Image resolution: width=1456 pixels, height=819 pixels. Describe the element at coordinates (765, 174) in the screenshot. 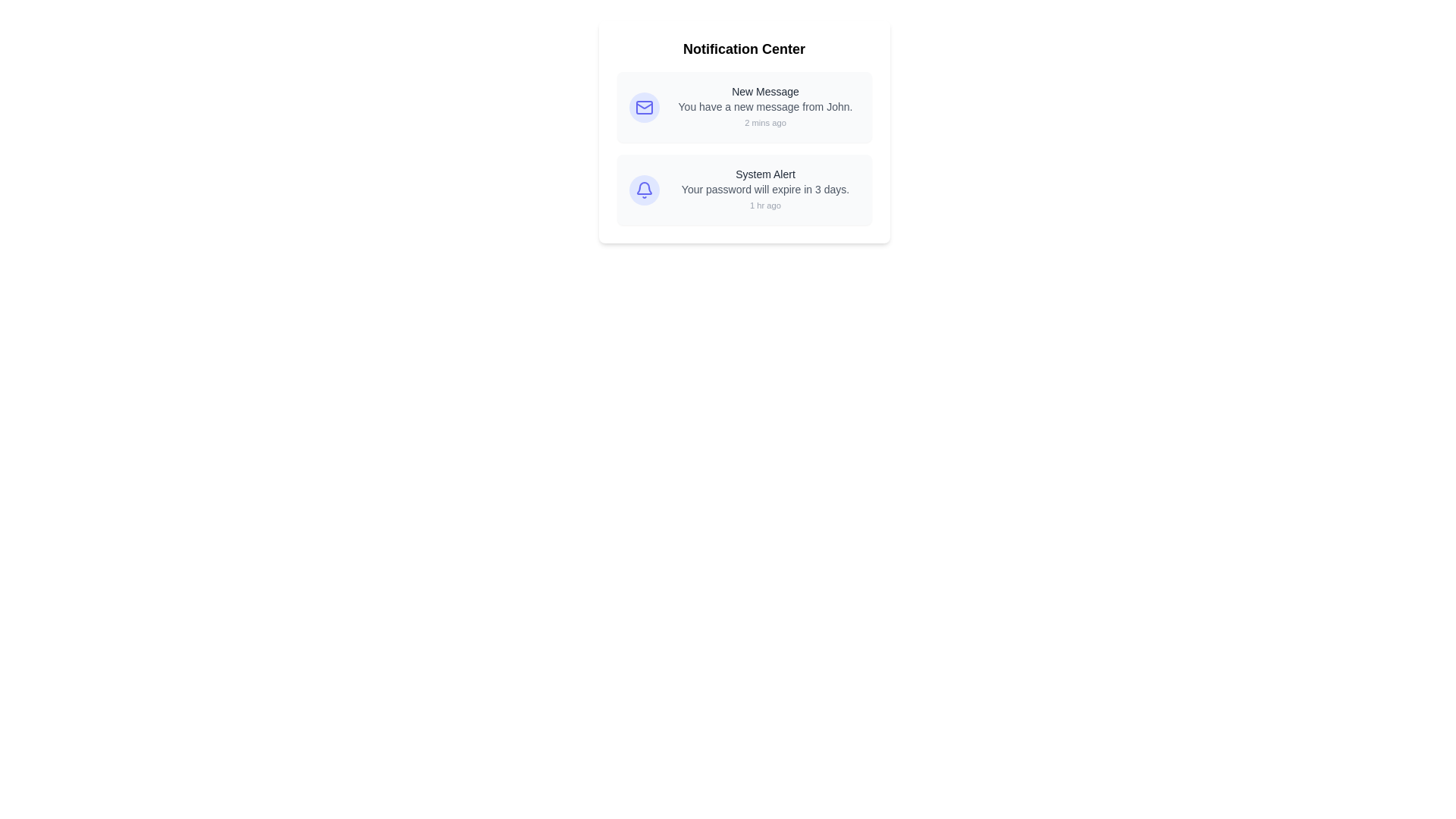

I see `the text label displaying 'System Alert' in a medium gray font, located at the top of the second notification block` at that location.